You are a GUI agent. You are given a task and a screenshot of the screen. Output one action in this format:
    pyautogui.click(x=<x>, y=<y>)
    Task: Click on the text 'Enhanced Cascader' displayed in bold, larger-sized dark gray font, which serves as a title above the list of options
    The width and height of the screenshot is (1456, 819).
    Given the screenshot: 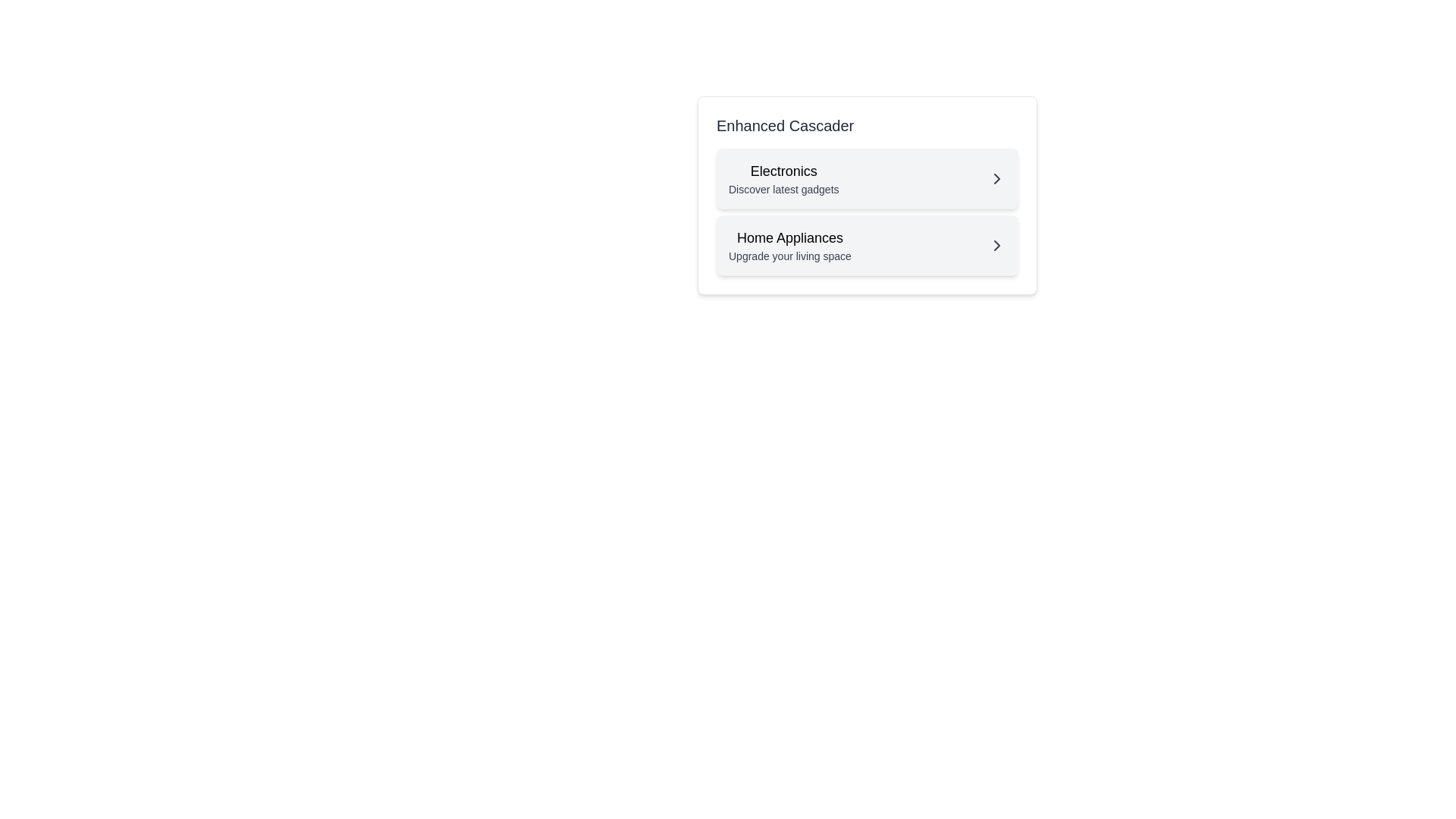 What is the action you would take?
    pyautogui.click(x=785, y=124)
    